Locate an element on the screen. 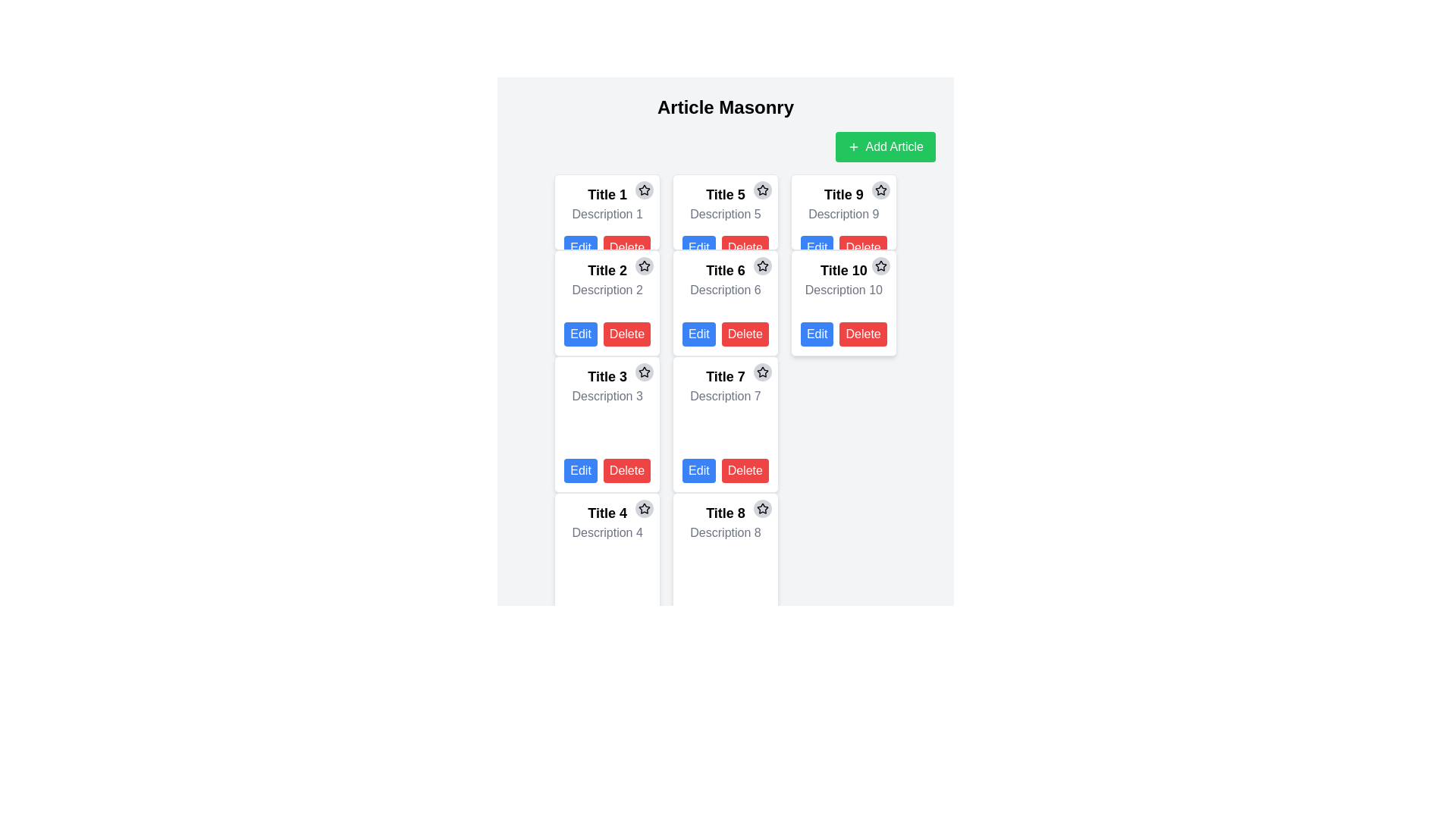 Image resolution: width=1456 pixels, height=819 pixels. the star graphic icon located in the top-right corner of the card labeled 'Title 6, Description 6' is located at coordinates (762, 265).